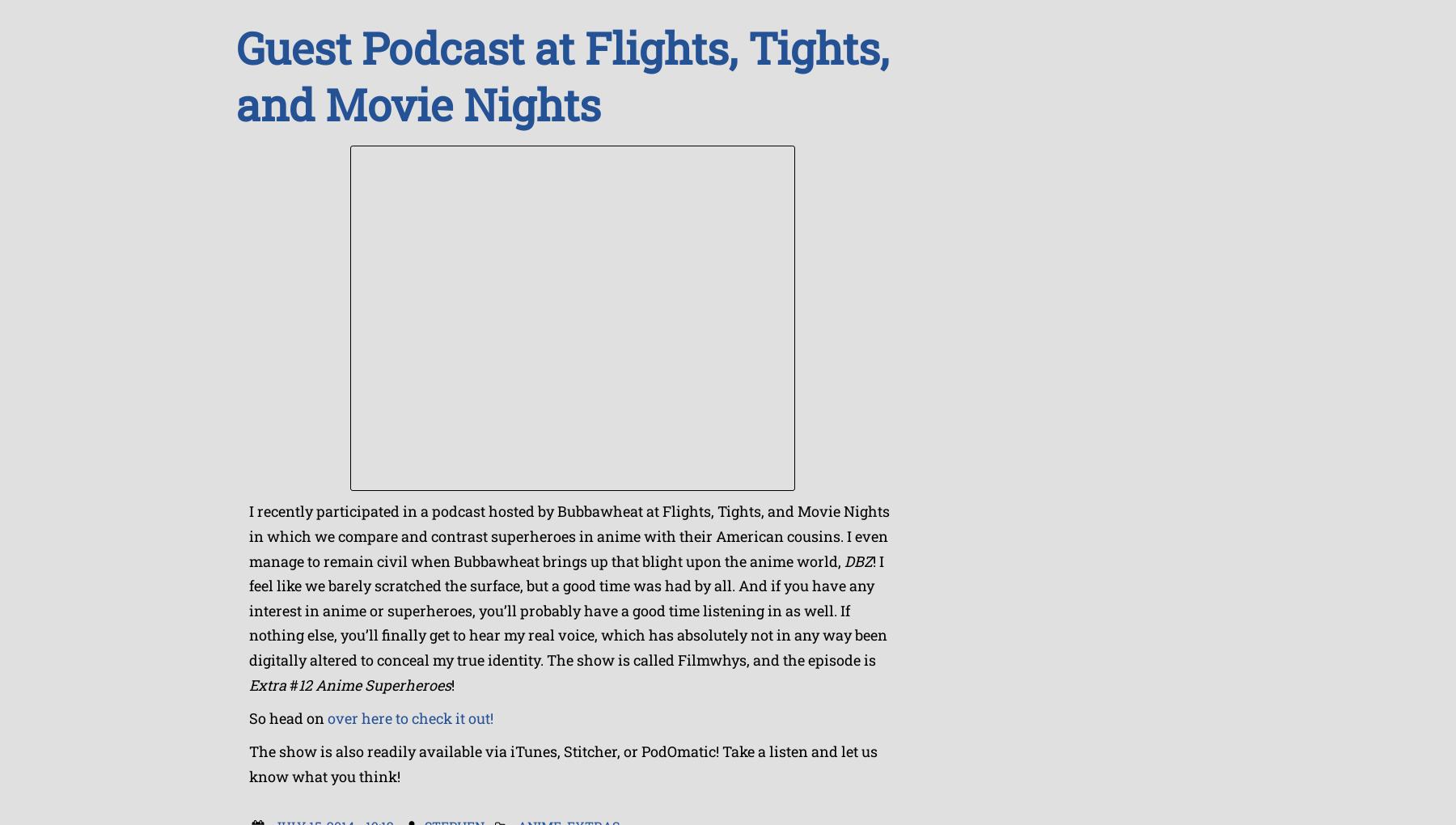 The width and height of the screenshot is (1456, 825). Describe the element at coordinates (567, 609) in the screenshot. I see `'! I feel like we barely scratched the surface, but a good time was had by all. And if you have any interest in anime or superheroes, you’ll probably have a good time listening in as well. If nothing else, you’ll finally get to hear my real voice, which has absolutely not in any way been digitally altered to conceal my true identity. The show is called Filmwhys, and the episode is'` at that location.